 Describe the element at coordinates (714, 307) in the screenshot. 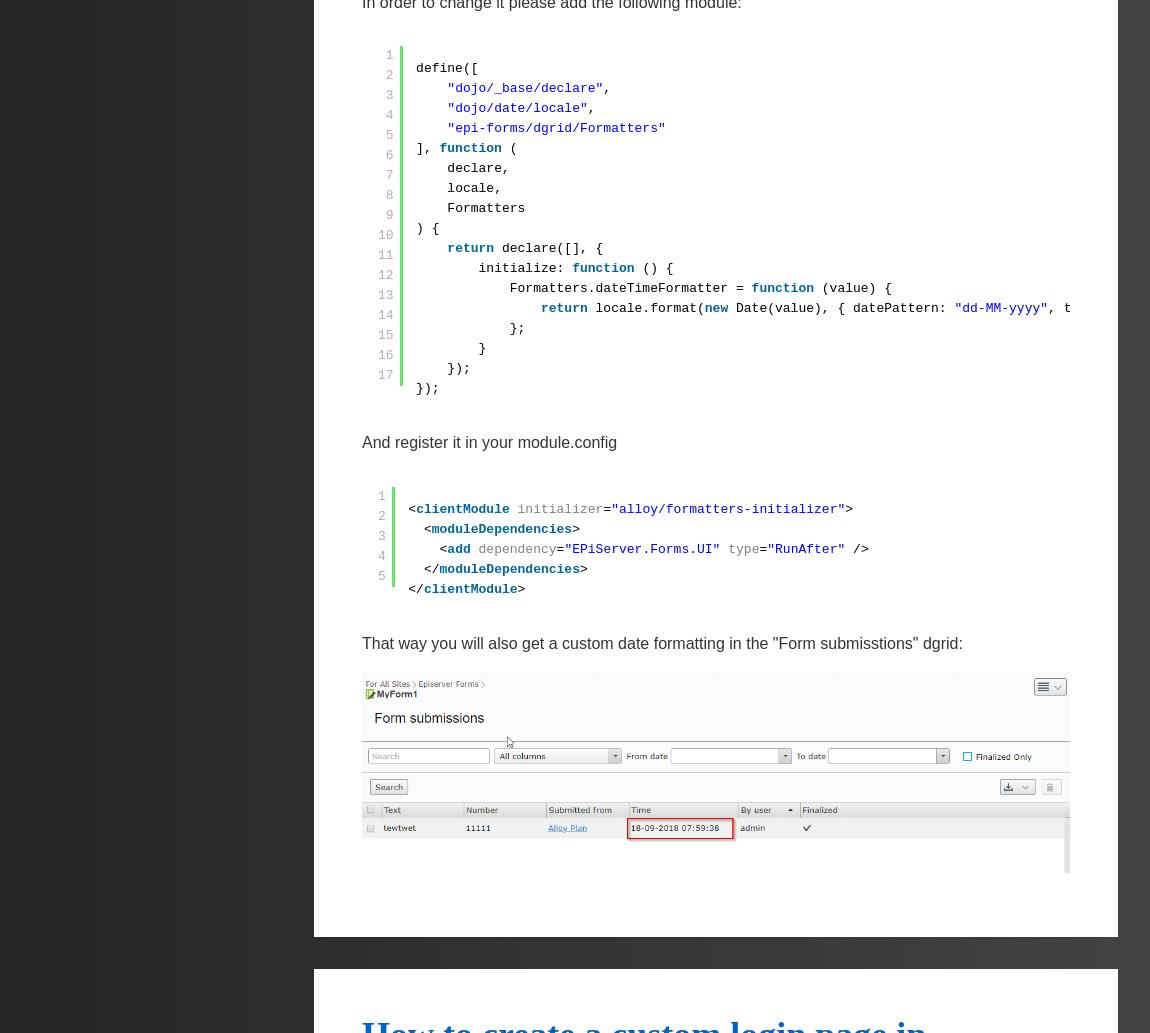

I see `'new'` at that location.